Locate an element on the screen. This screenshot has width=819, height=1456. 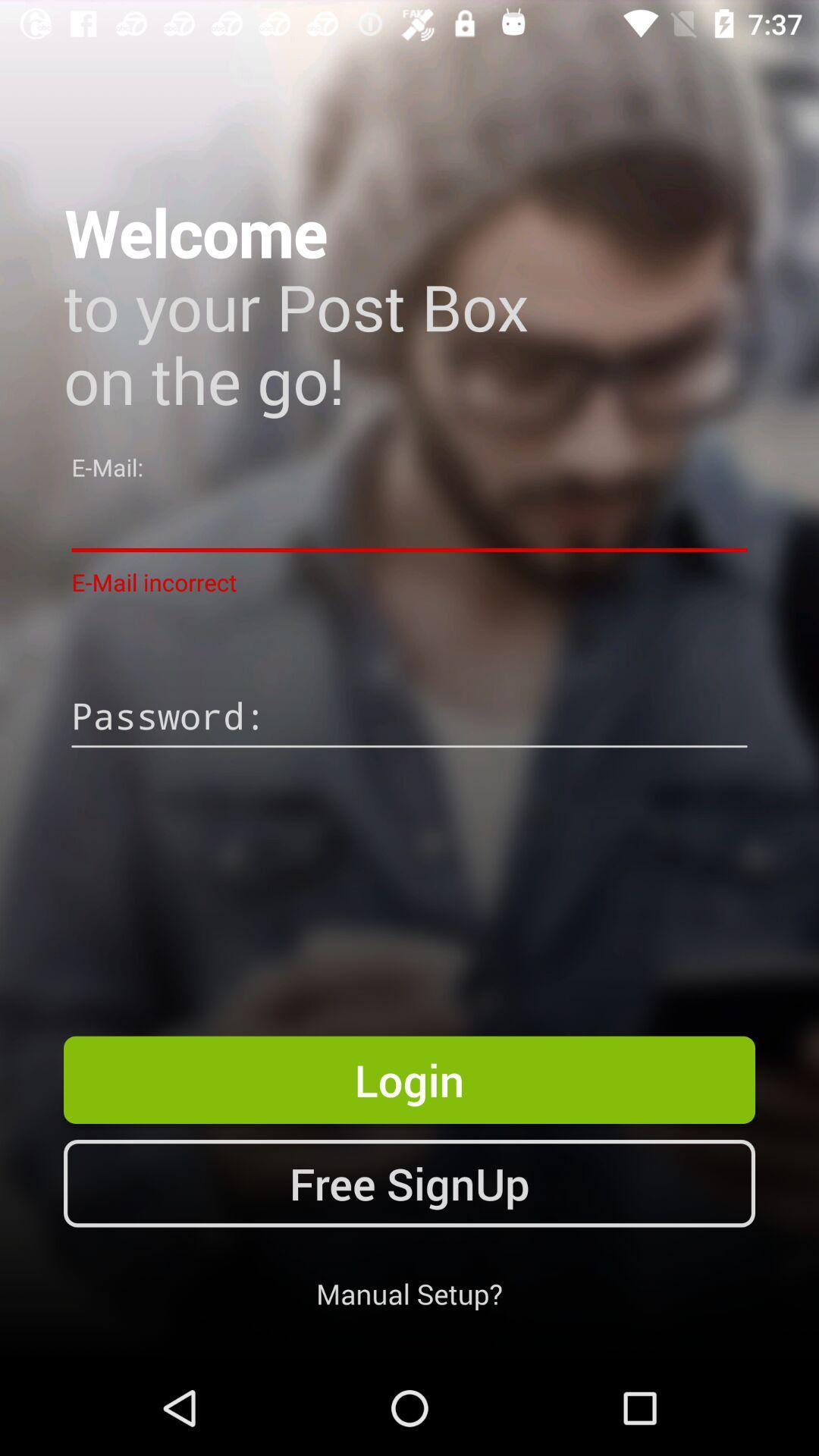
the app below the e-mail incorrect item is located at coordinates (409, 717).